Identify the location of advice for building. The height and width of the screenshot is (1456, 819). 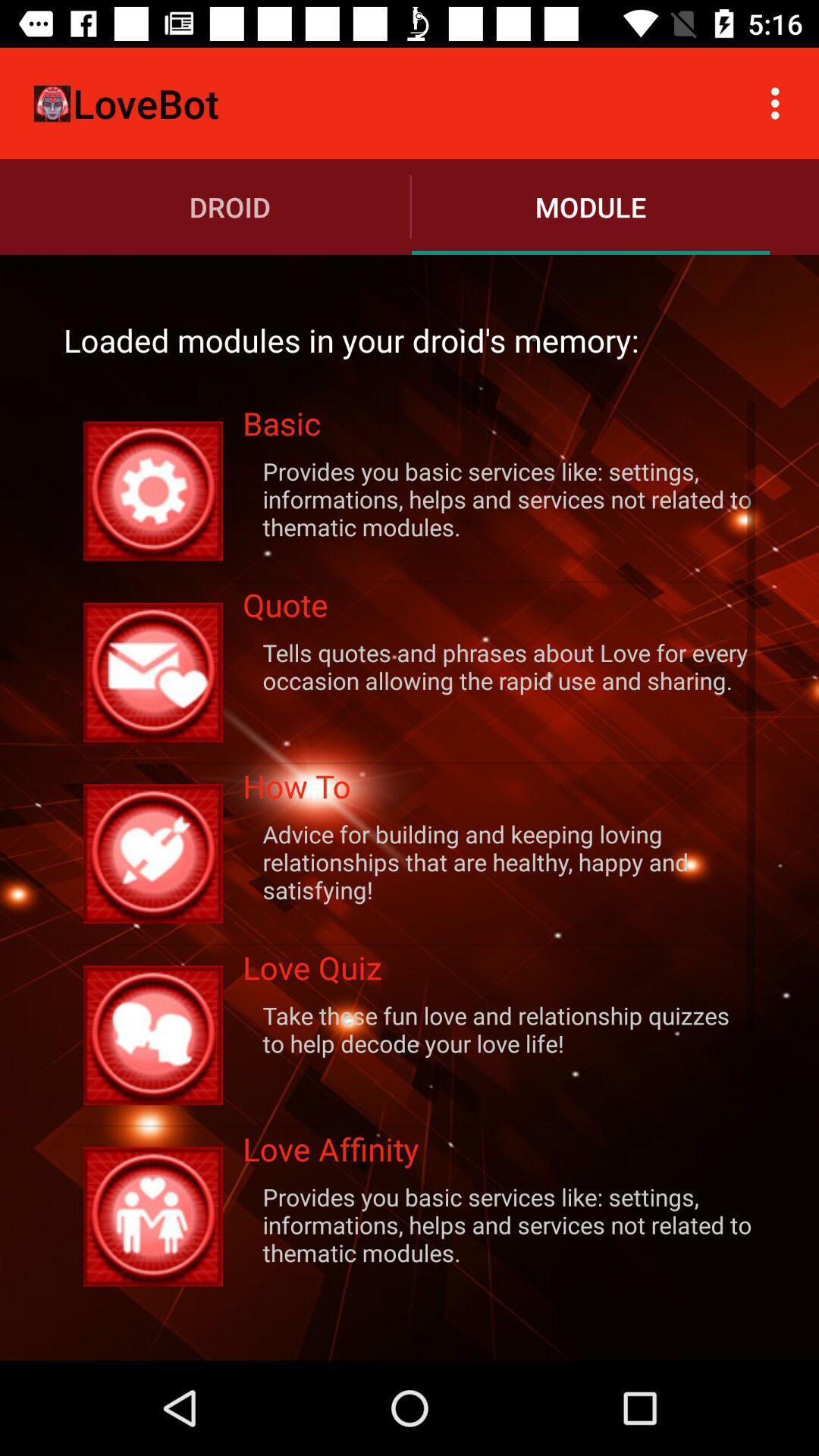
(499, 861).